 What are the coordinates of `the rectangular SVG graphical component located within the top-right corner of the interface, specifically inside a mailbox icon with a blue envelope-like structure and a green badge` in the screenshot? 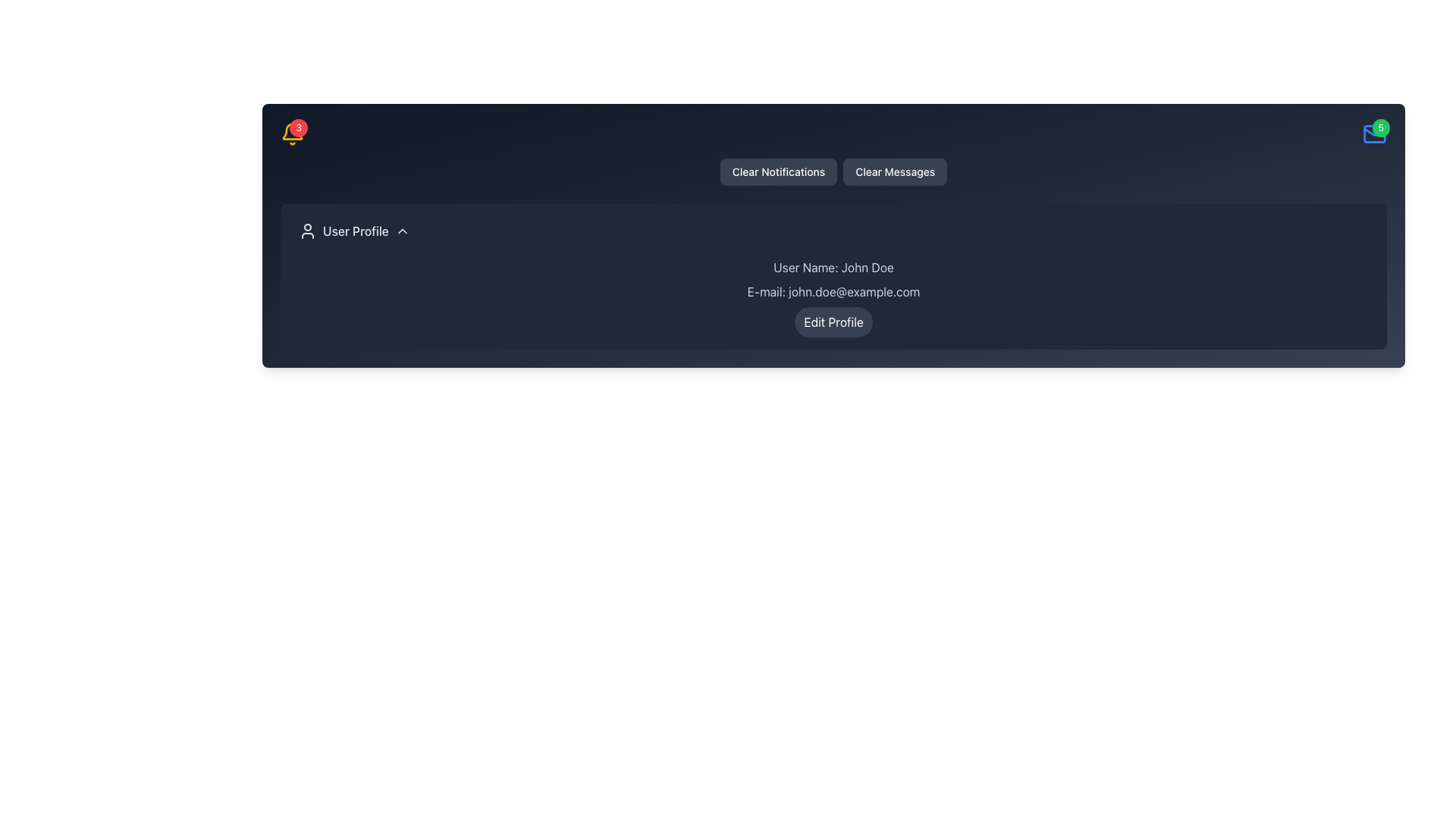 It's located at (1375, 133).